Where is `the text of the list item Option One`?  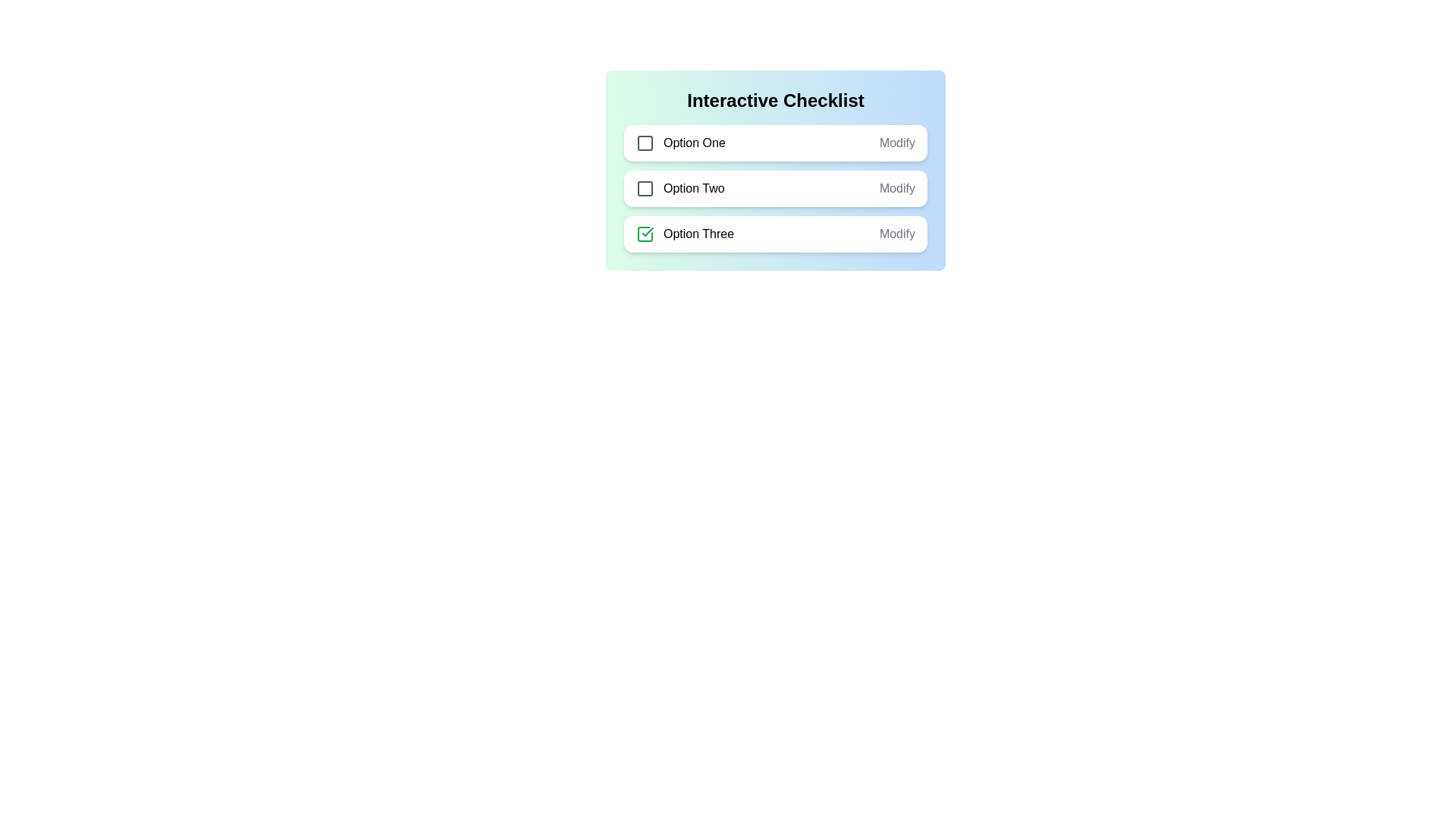 the text of the list item Option One is located at coordinates (679, 143).